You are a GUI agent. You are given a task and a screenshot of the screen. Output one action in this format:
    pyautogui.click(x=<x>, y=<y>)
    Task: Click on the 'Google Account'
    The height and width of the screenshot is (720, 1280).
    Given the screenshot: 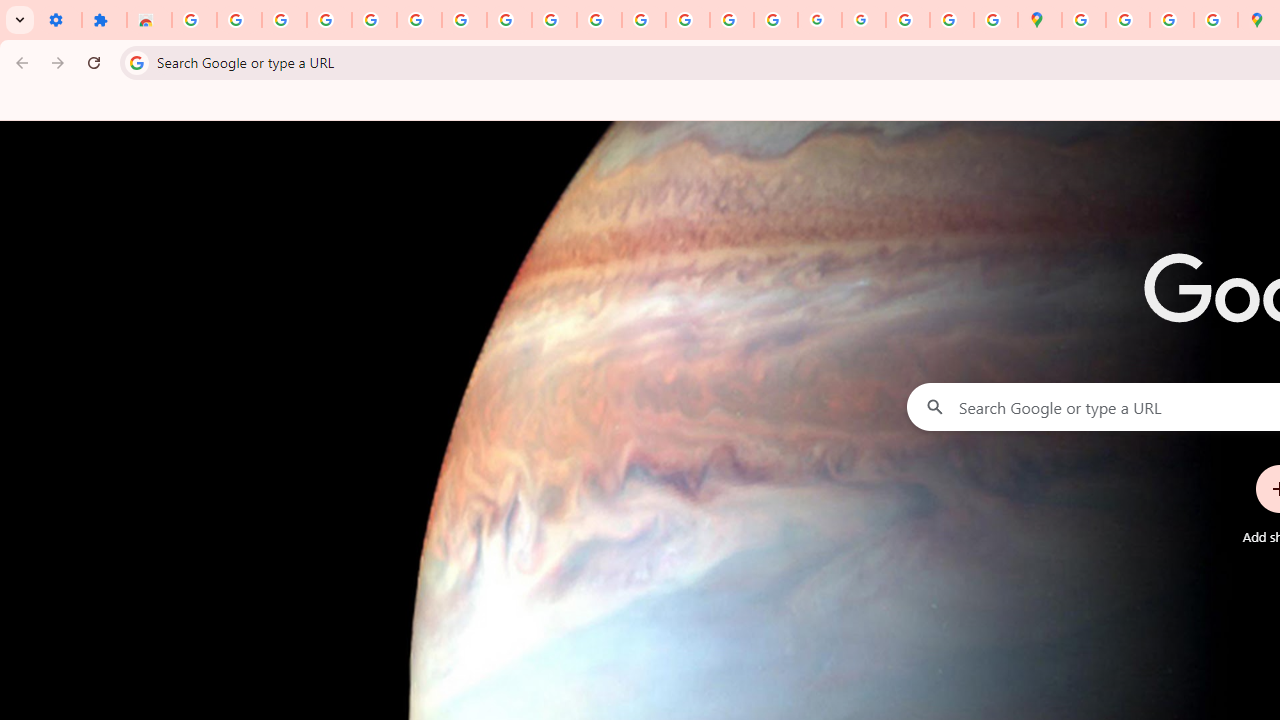 What is the action you would take?
    pyautogui.click(x=509, y=20)
    